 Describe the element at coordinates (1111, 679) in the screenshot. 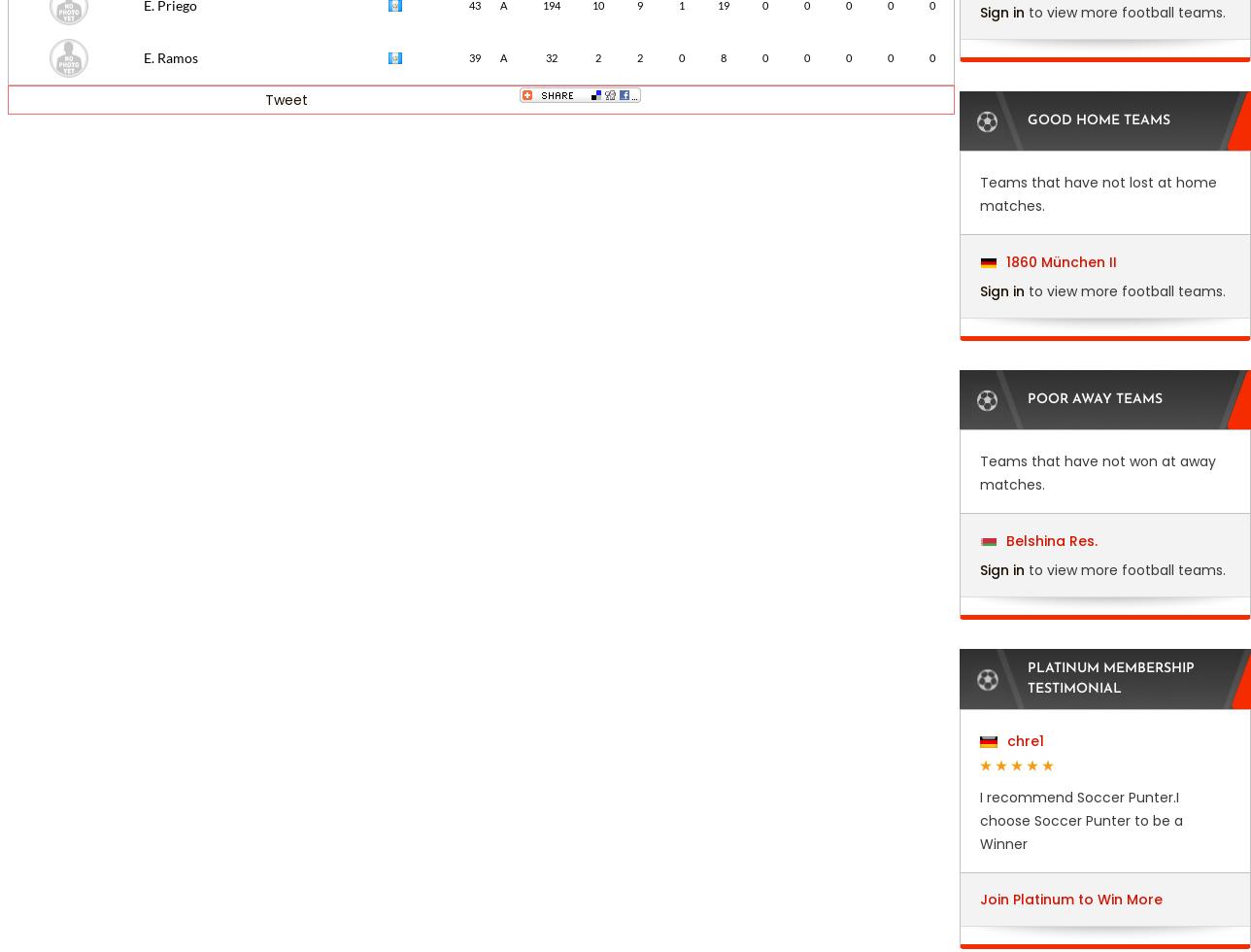

I see `'Platinum Membership Testimonial'` at that location.